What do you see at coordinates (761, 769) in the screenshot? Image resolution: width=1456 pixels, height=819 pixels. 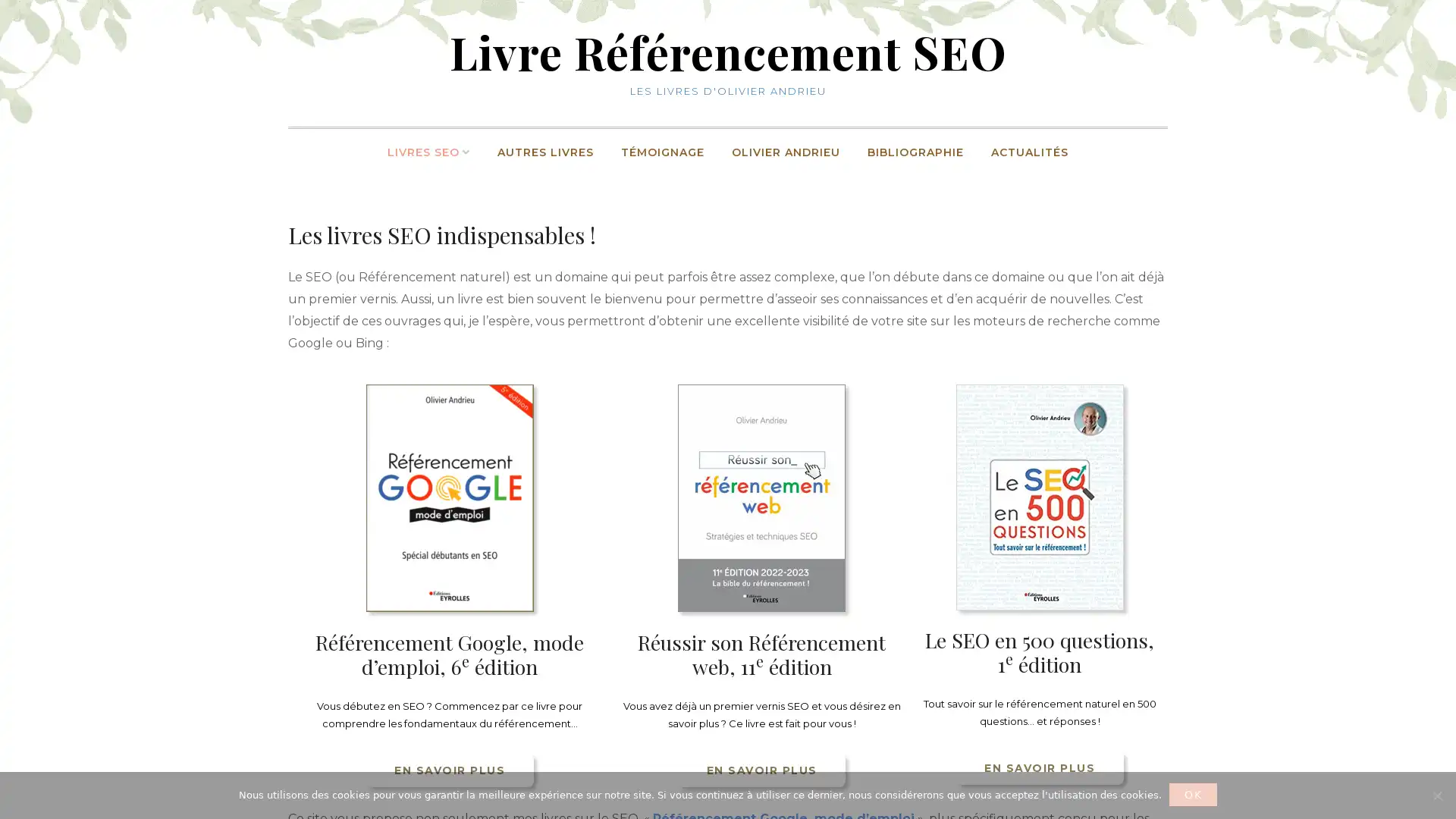 I see `EN SAVOIR PLUS` at bounding box center [761, 769].